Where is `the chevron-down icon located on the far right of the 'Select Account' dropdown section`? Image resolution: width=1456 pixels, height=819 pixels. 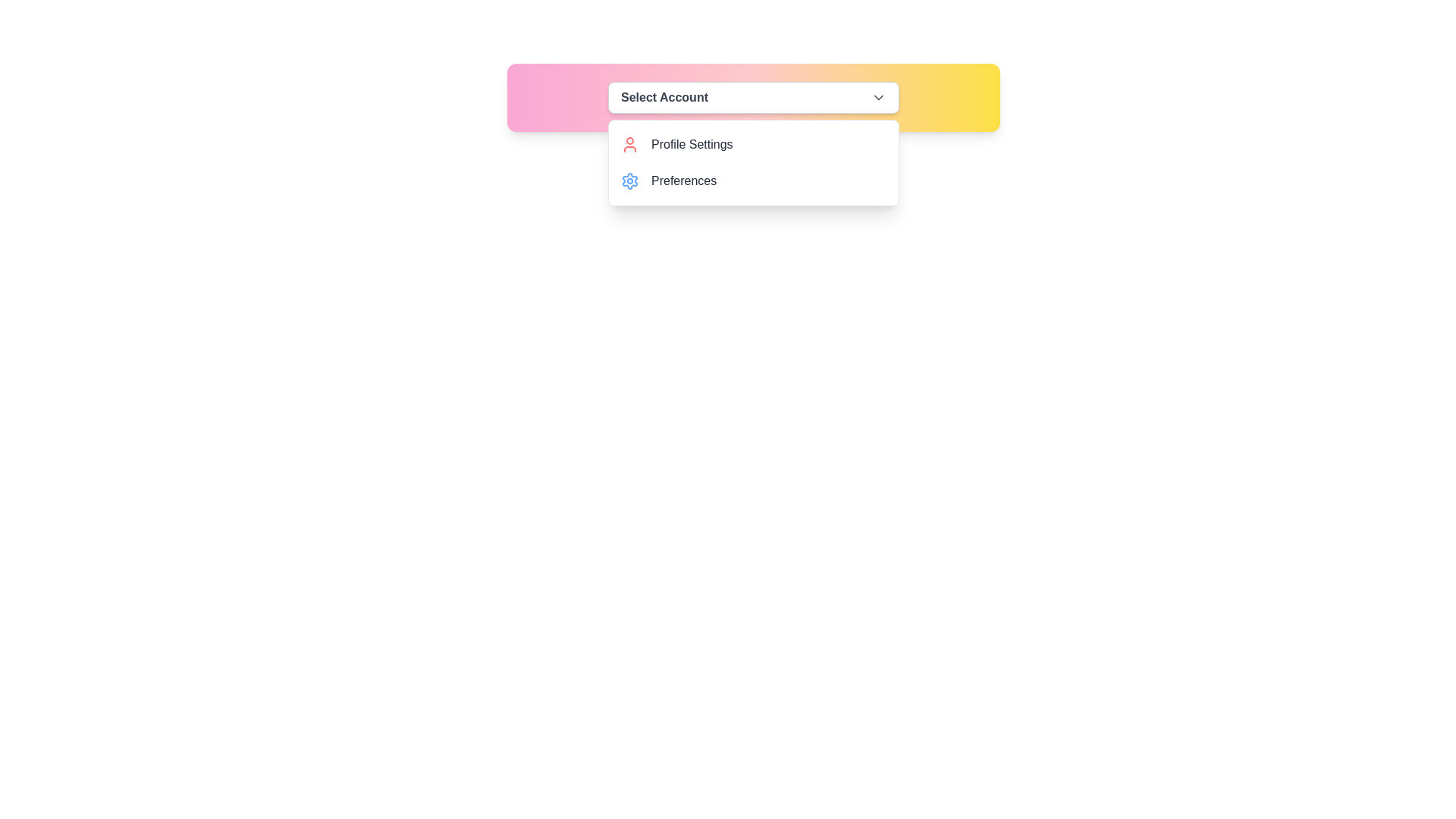
the chevron-down icon located on the far right of the 'Select Account' dropdown section is located at coordinates (878, 97).